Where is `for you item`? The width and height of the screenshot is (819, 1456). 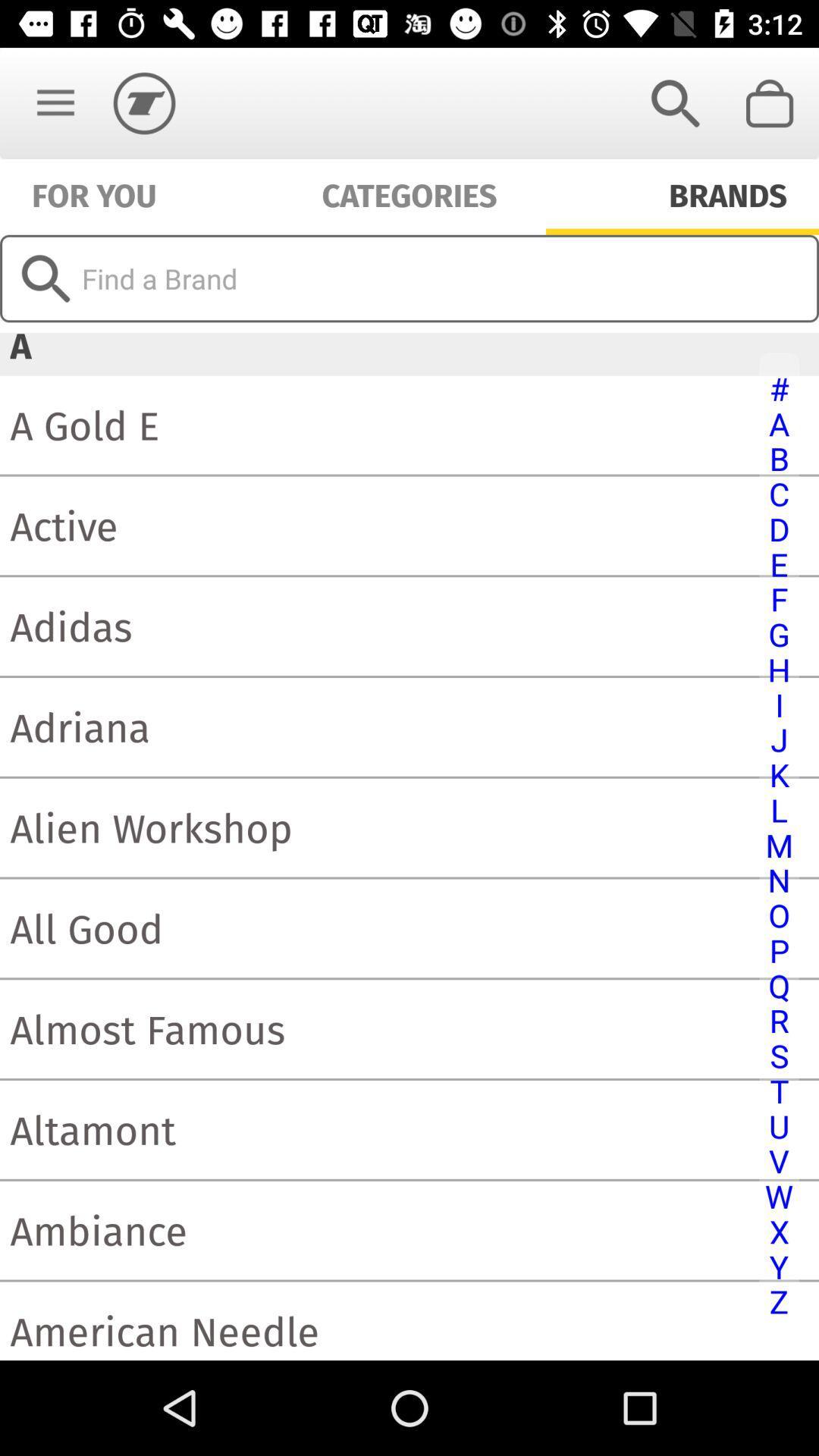 for you item is located at coordinates (94, 193).